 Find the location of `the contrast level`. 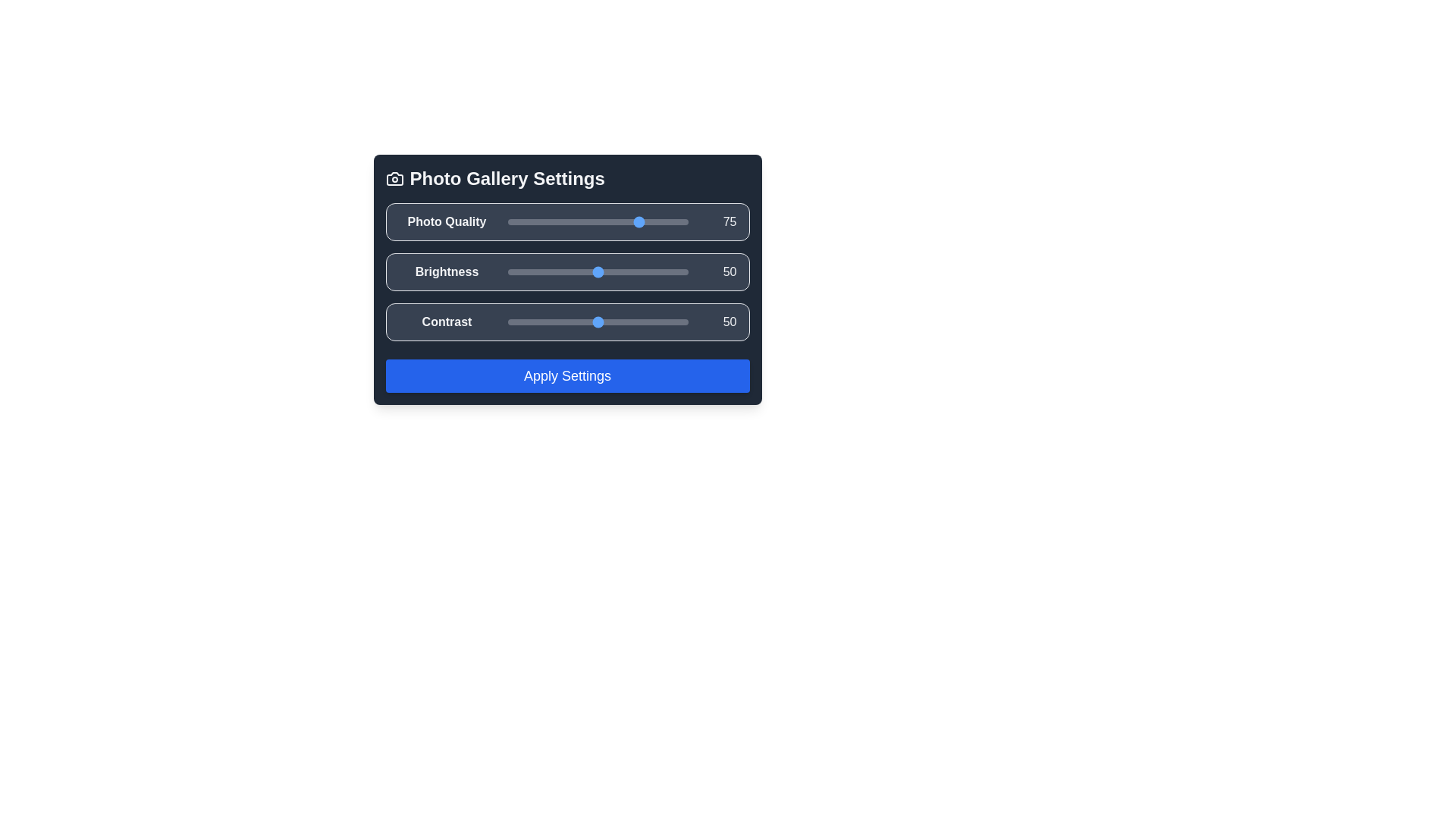

the contrast level is located at coordinates (637, 321).